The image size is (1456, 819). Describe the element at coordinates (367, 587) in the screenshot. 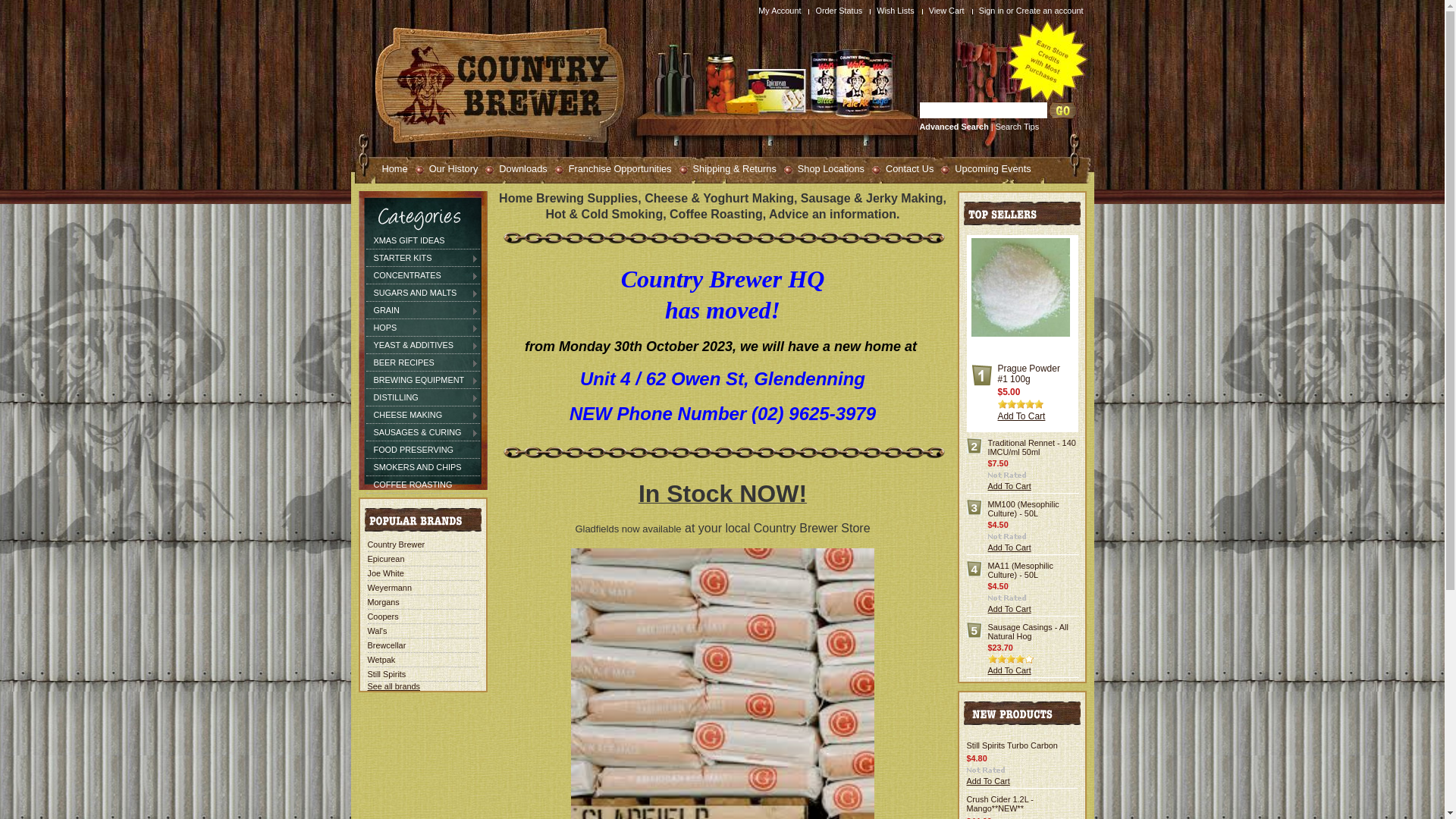

I see `'Weyermann'` at that location.